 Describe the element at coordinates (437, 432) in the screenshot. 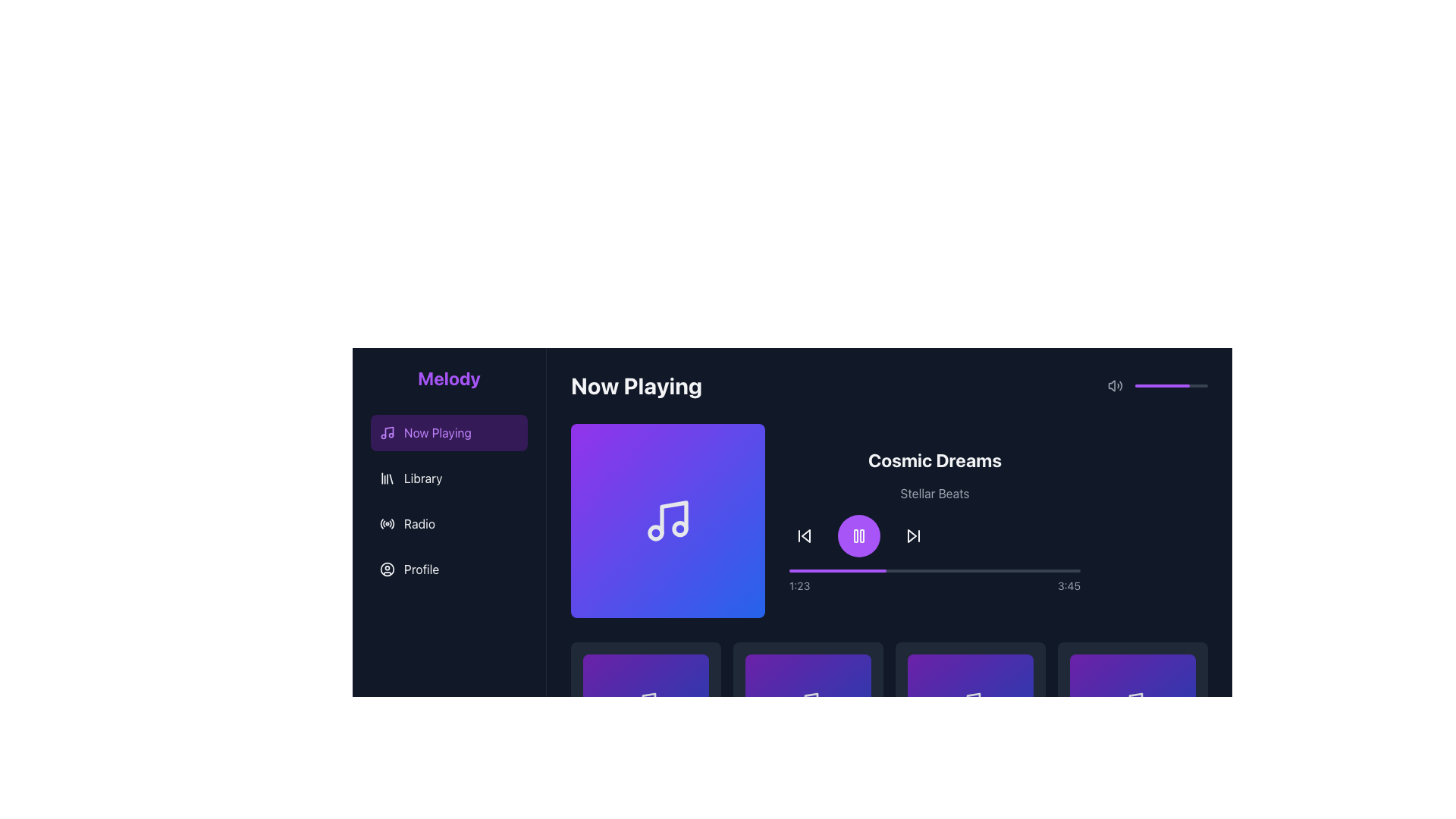

I see `the 'Now Playing' text label in the navigation menu` at that location.